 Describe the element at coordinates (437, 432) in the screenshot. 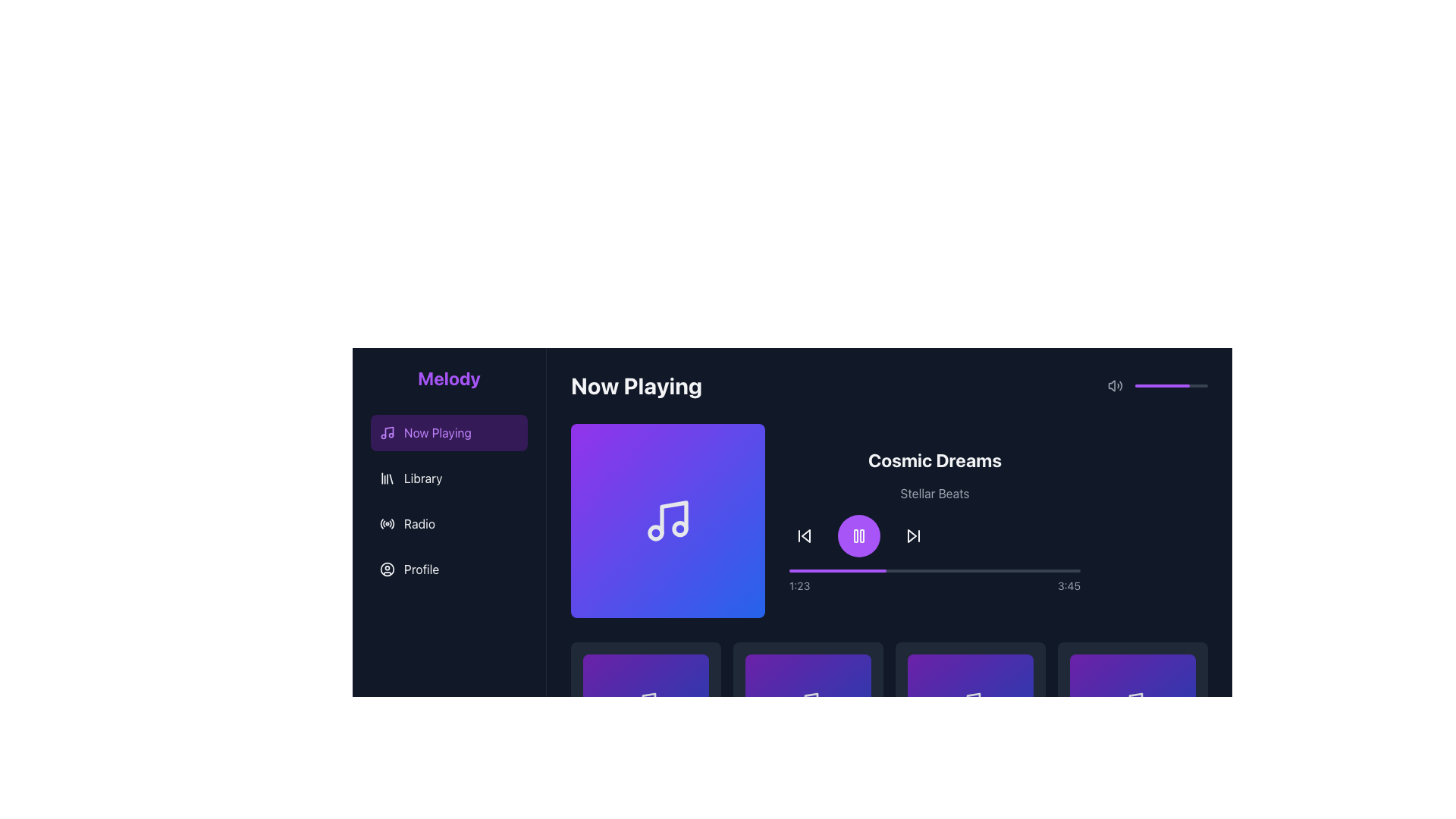

I see `the 'Now Playing' text label in the navigation menu` at that location.